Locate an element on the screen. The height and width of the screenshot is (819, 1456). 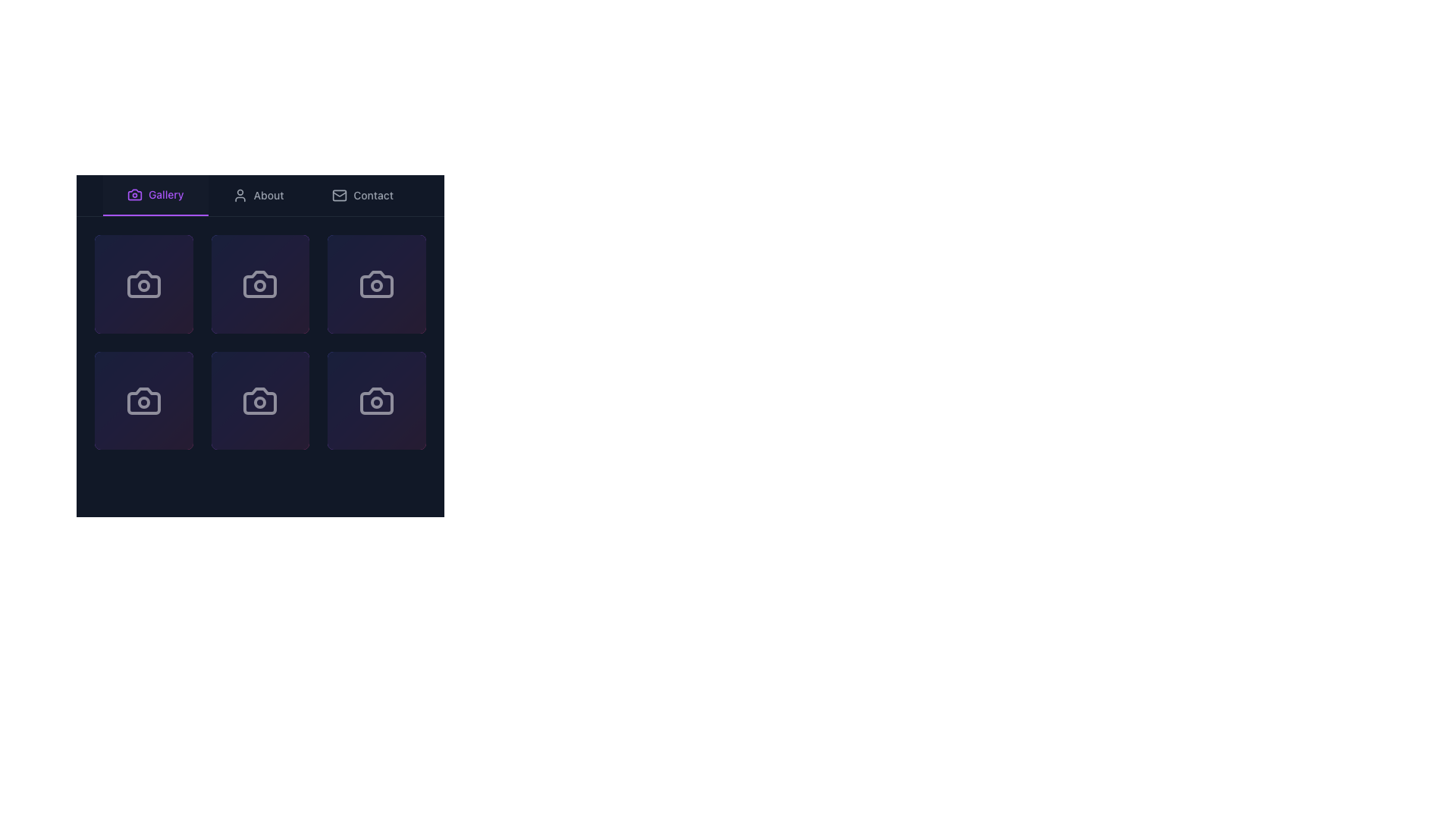
the camera icon located in the first row and second column of the grid by clicking on its center, which is highlighted by the iconic indicator inside the circular UI component is located at coordinates (260, 285).